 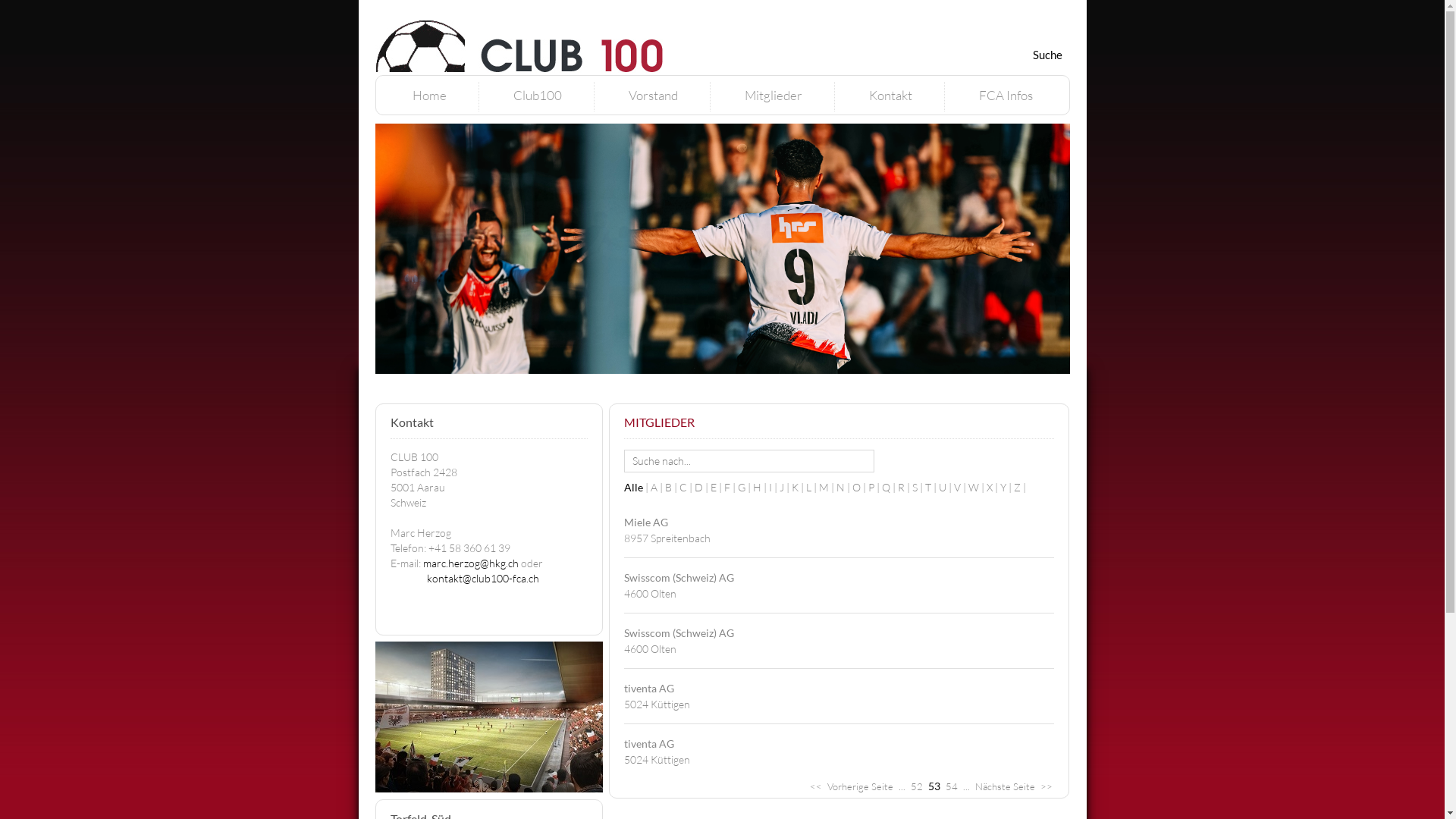 I want to click on 'H', so click(x=752, y=487).